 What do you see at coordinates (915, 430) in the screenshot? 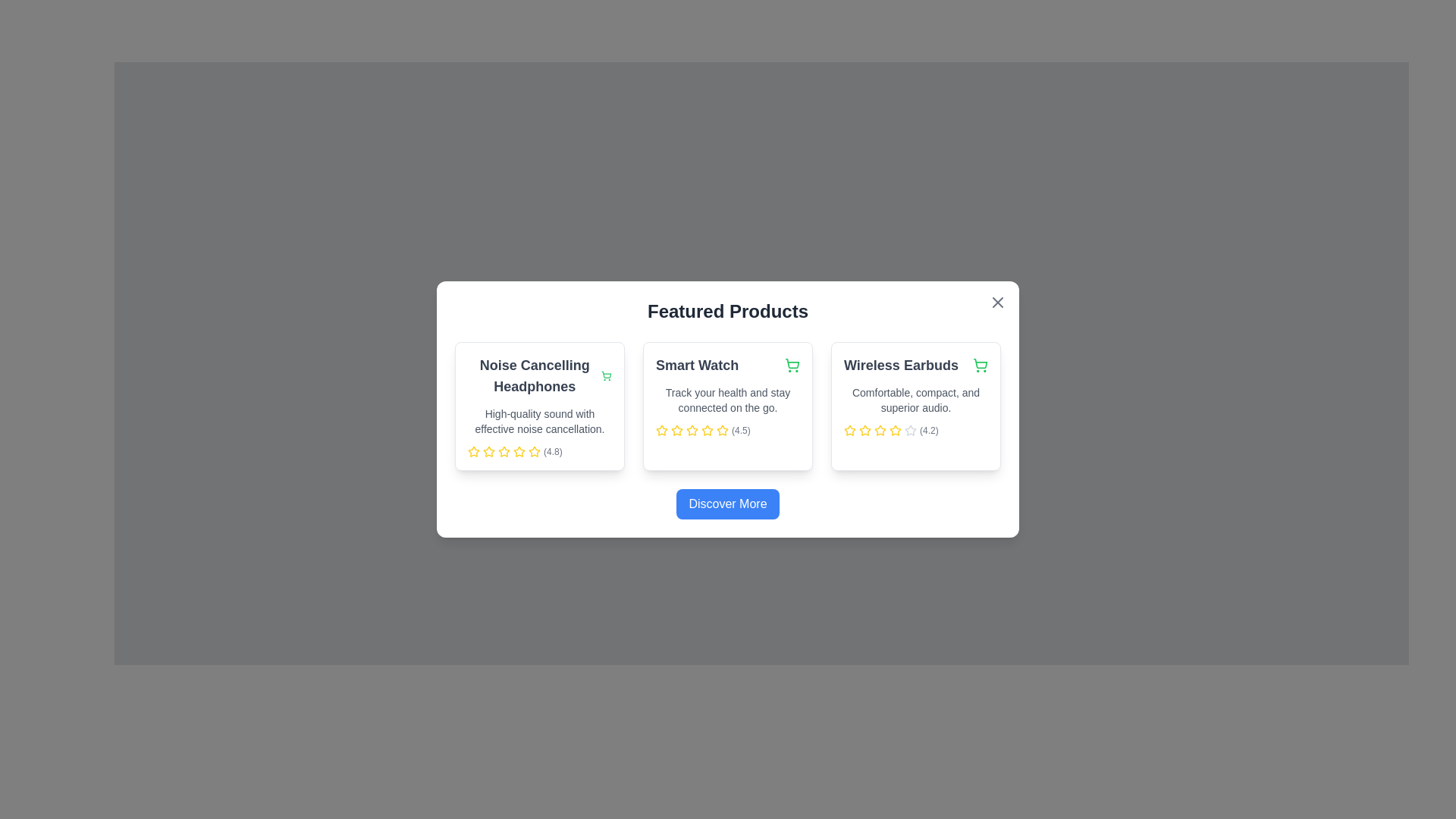
I see `the rating display for the 'Wireless Earbuds' item, which visually indicates the rating with stars and the numerical value '(4.2)', located centrally at the bottom part of the card` at bounding box center [915, 430].